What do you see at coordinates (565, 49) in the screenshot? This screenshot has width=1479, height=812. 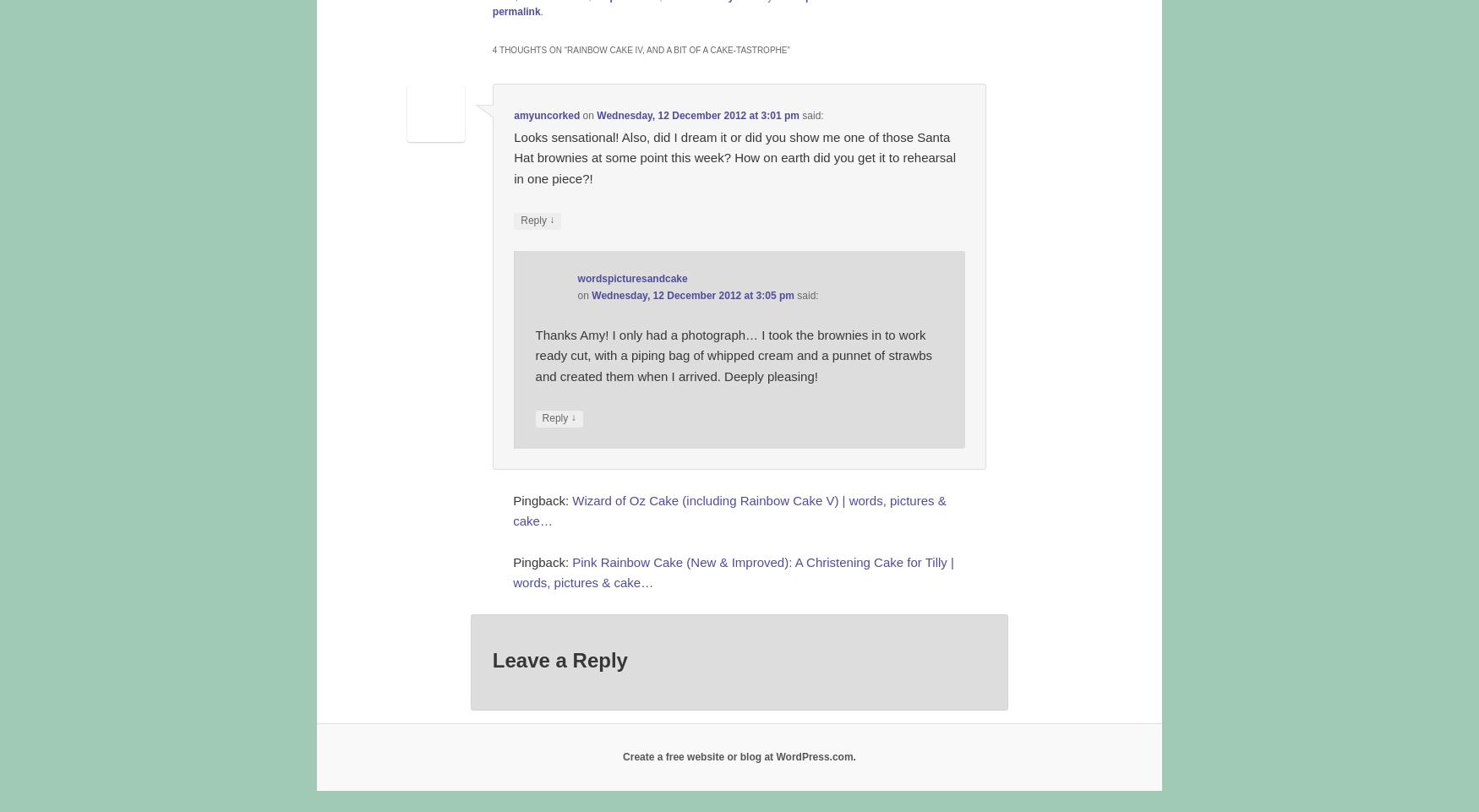 I see `'Rainbow Cake IV, and a bit of a cake-tastrophe'` at bounding box center [565, 49].